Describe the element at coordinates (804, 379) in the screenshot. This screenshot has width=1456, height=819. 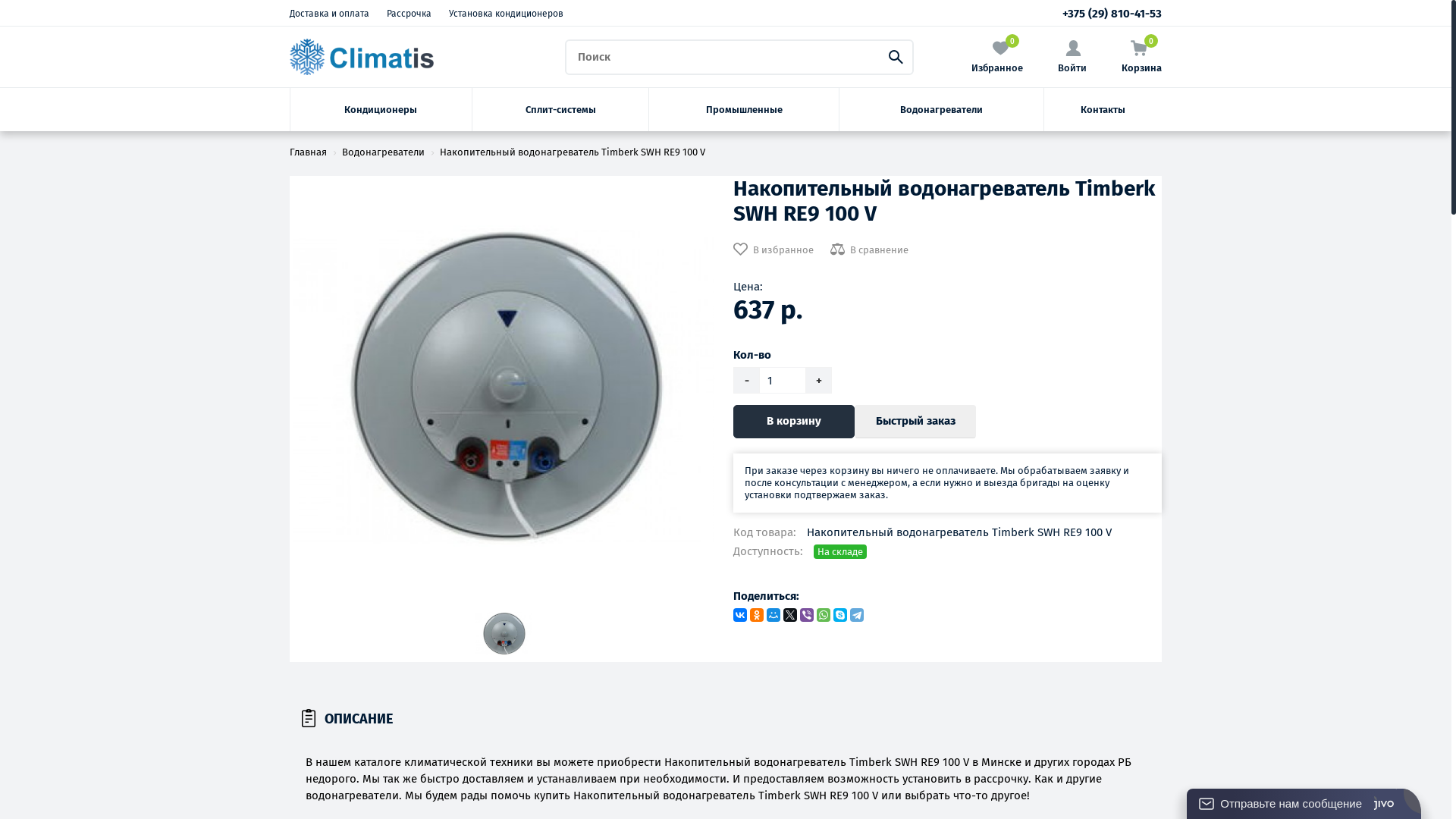
I see `'+'` at that location.